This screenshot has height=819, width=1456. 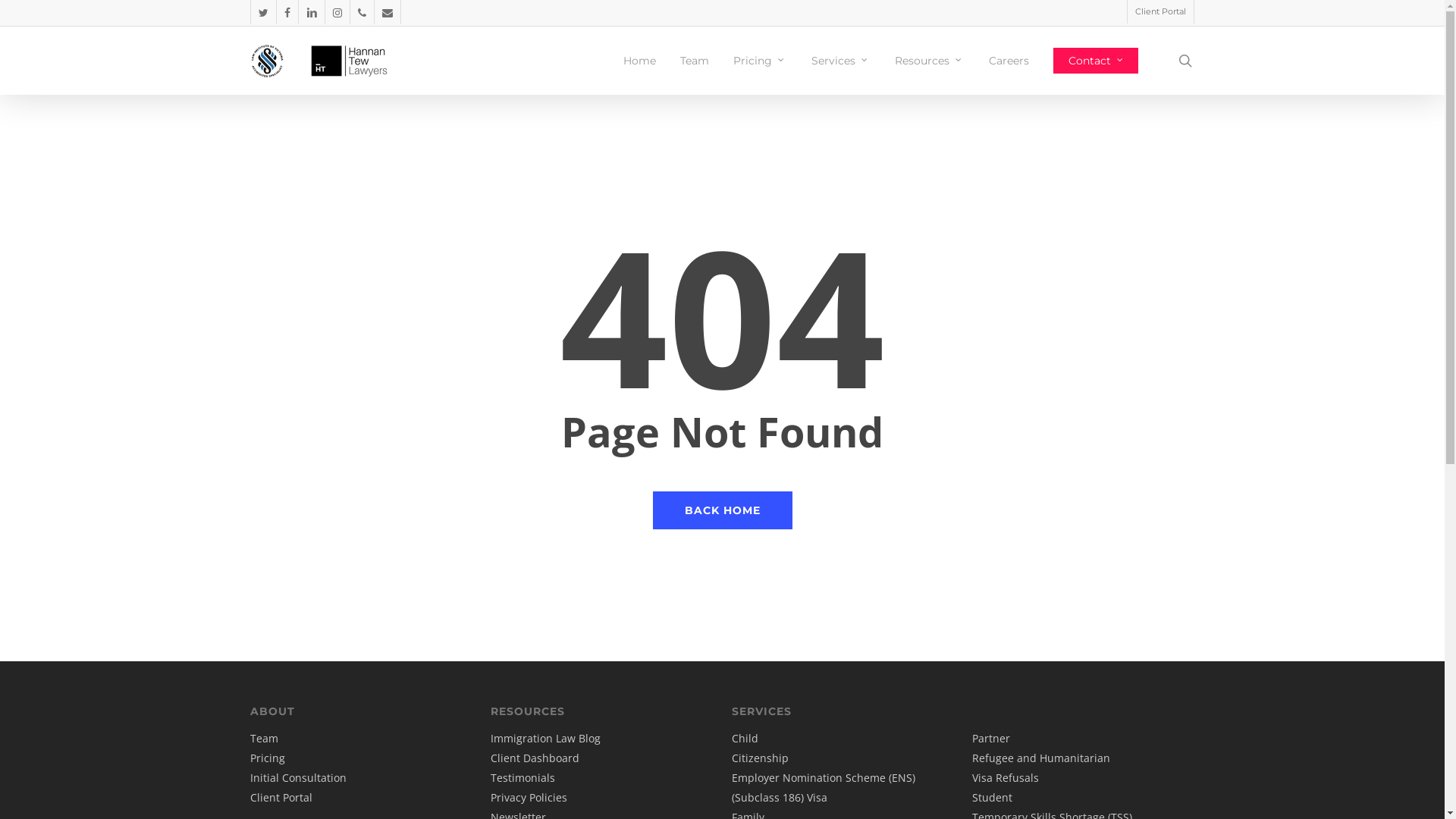 What do you see at coordinates (310, 11) in the screenshot?
I see `'Linkedin'` at bounding box center [310, 11].